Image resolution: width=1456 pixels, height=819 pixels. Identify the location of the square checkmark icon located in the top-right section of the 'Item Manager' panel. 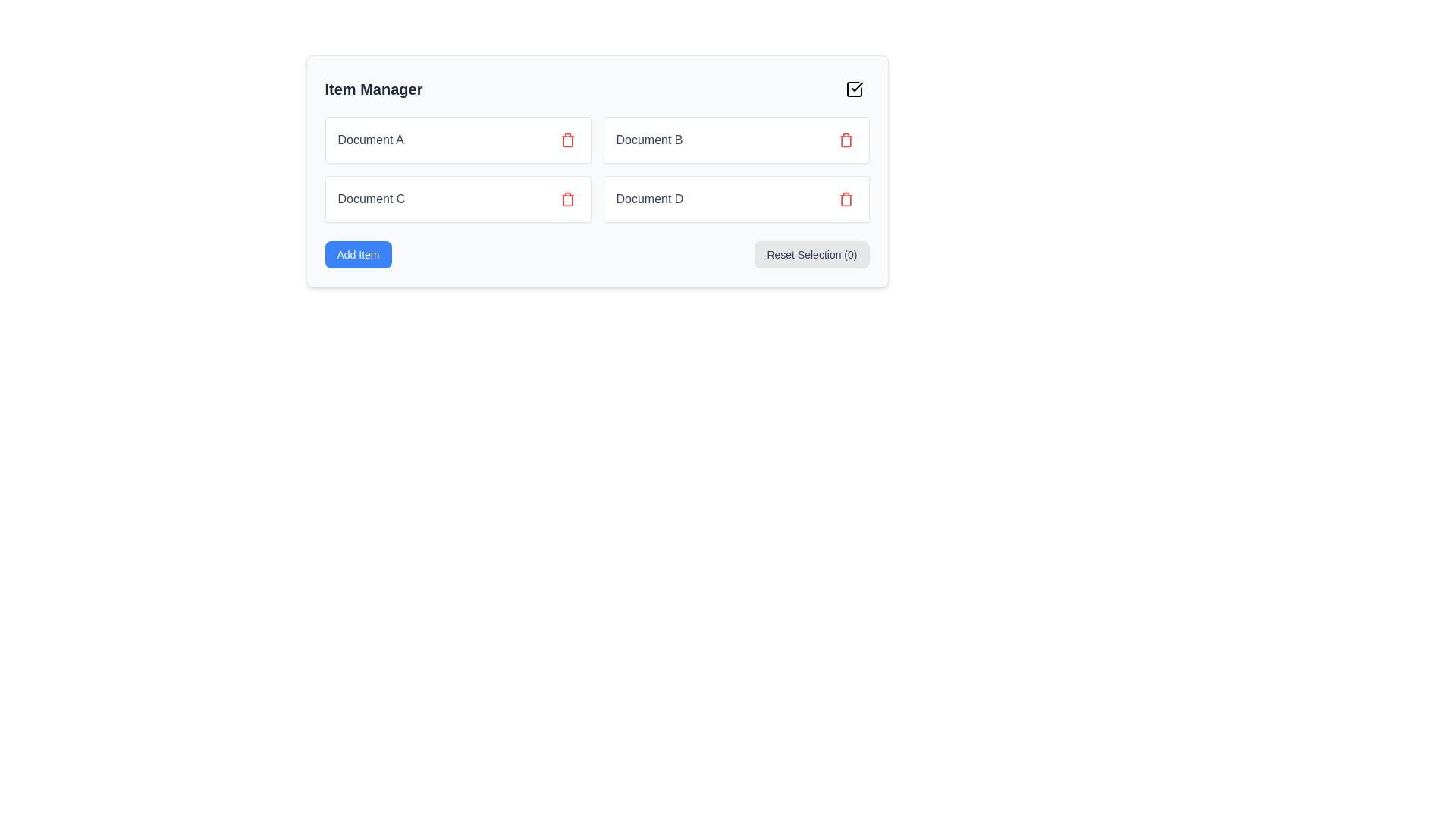
(854, 89).